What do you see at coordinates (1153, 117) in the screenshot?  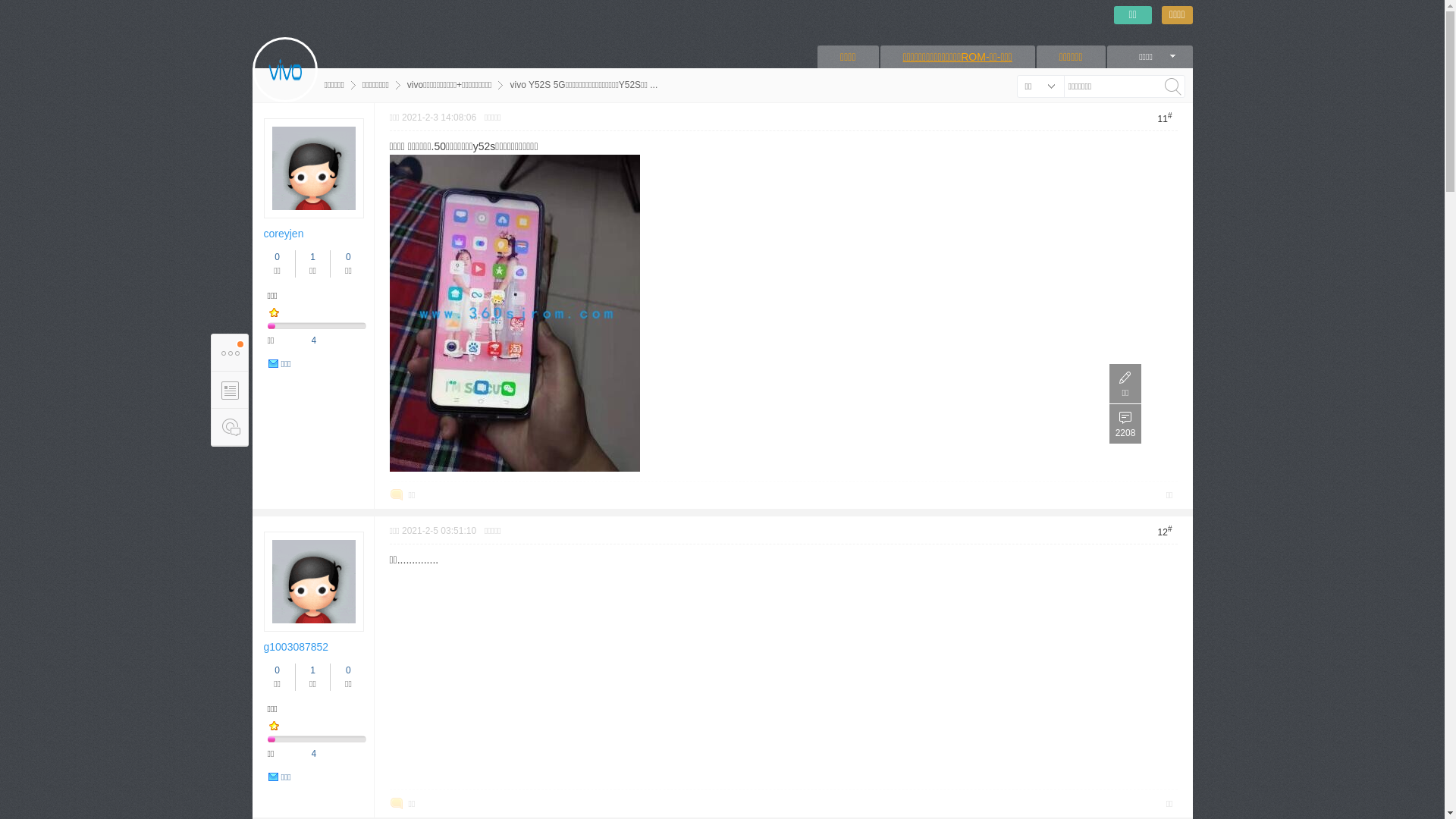 I see `'11#'` at bounding box center [1153, 117].